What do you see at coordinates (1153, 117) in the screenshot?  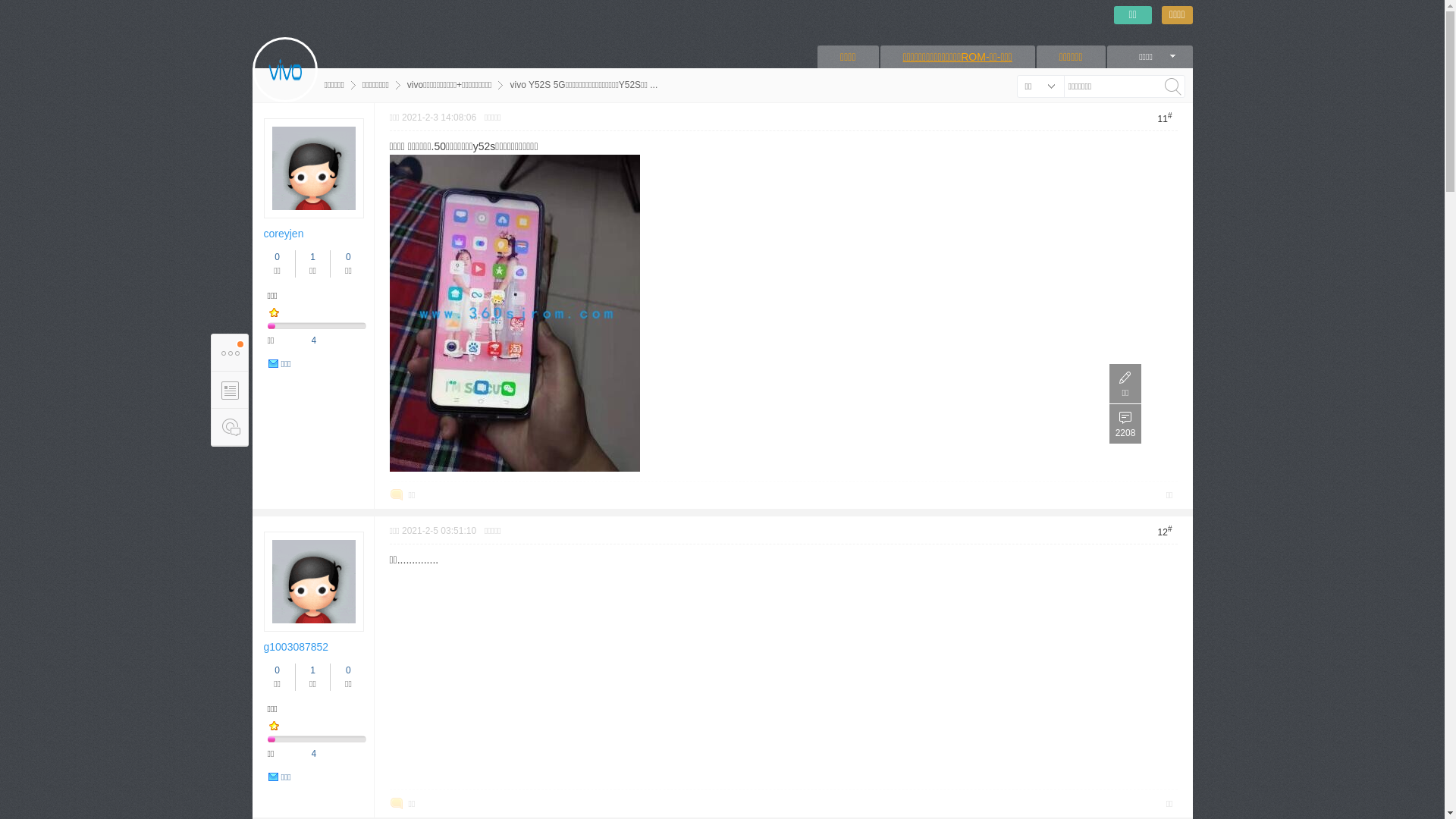 I see `'11#'` at bounding box center [1153, 117].